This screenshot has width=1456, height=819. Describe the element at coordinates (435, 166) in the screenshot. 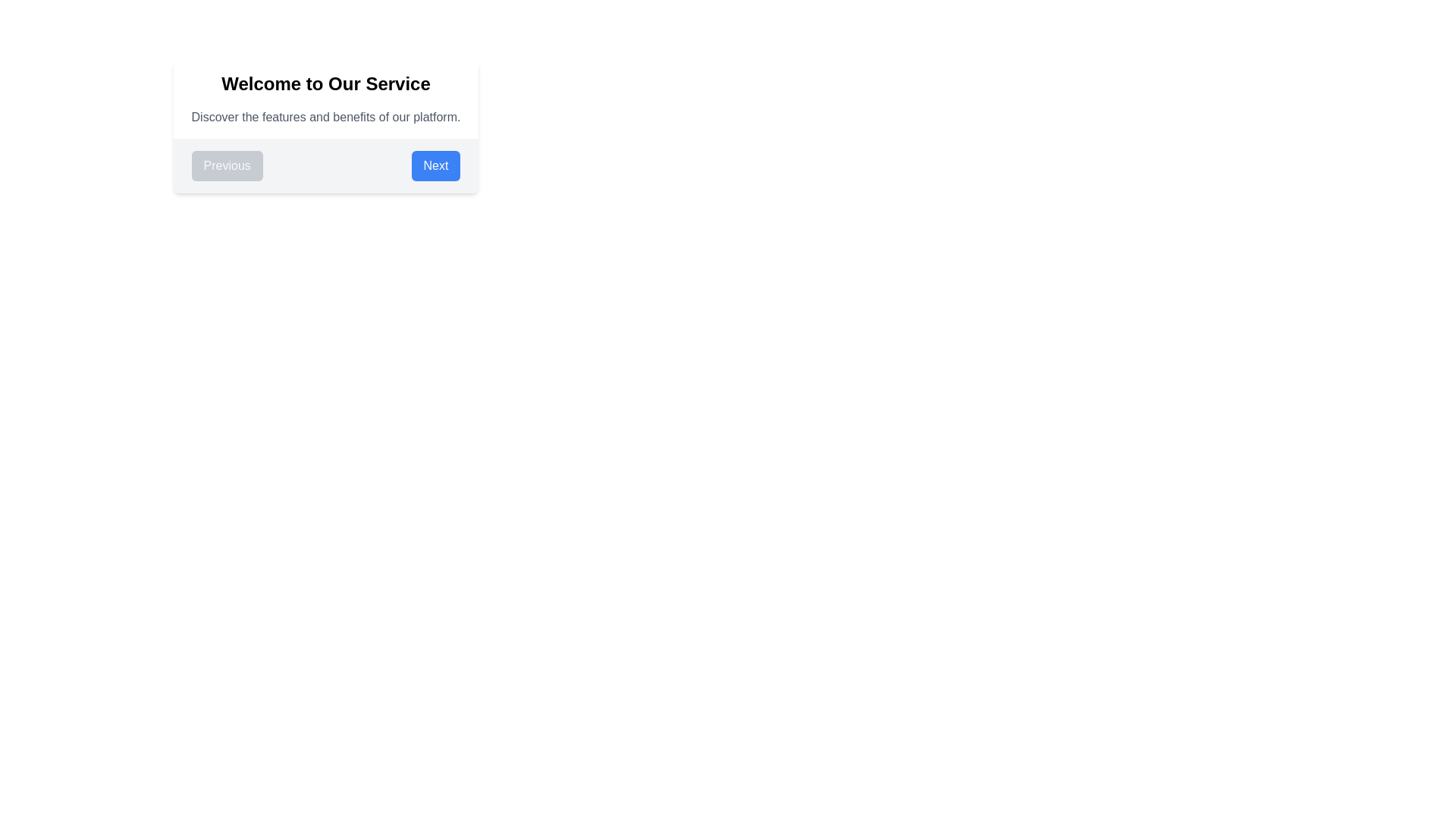

I see `the second button in the horizontal panel located at the bottom section of the card-like component` at that location.